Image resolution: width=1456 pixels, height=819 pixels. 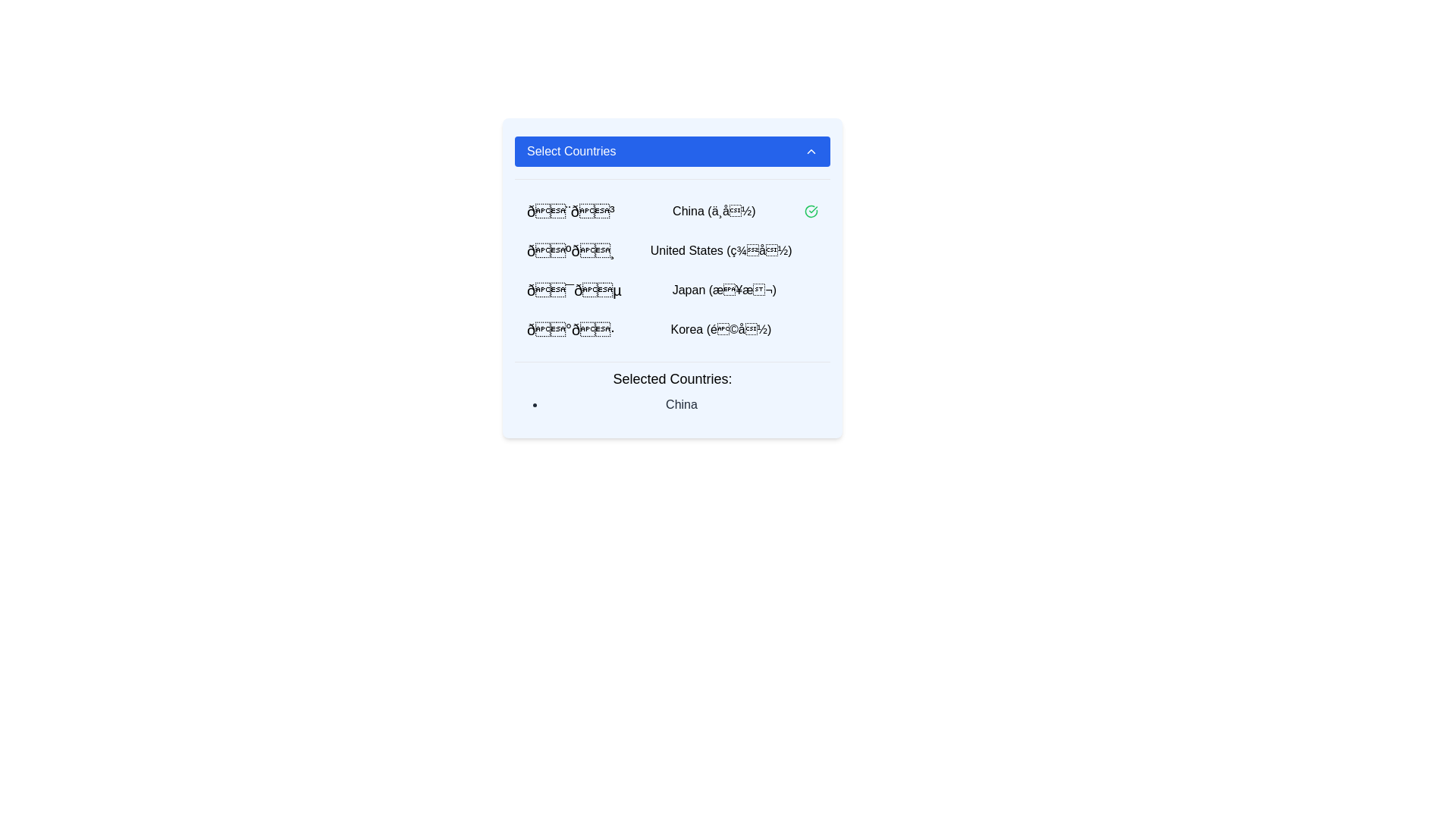 What do you see at coordinates (672, 329) in the screenshot?
I see `the fourth list item in the dropdown menu that allows users to select the country 'Korea', which is located directly below '🇯🇵Japan (日本)'` at bounding box center [672, 329].